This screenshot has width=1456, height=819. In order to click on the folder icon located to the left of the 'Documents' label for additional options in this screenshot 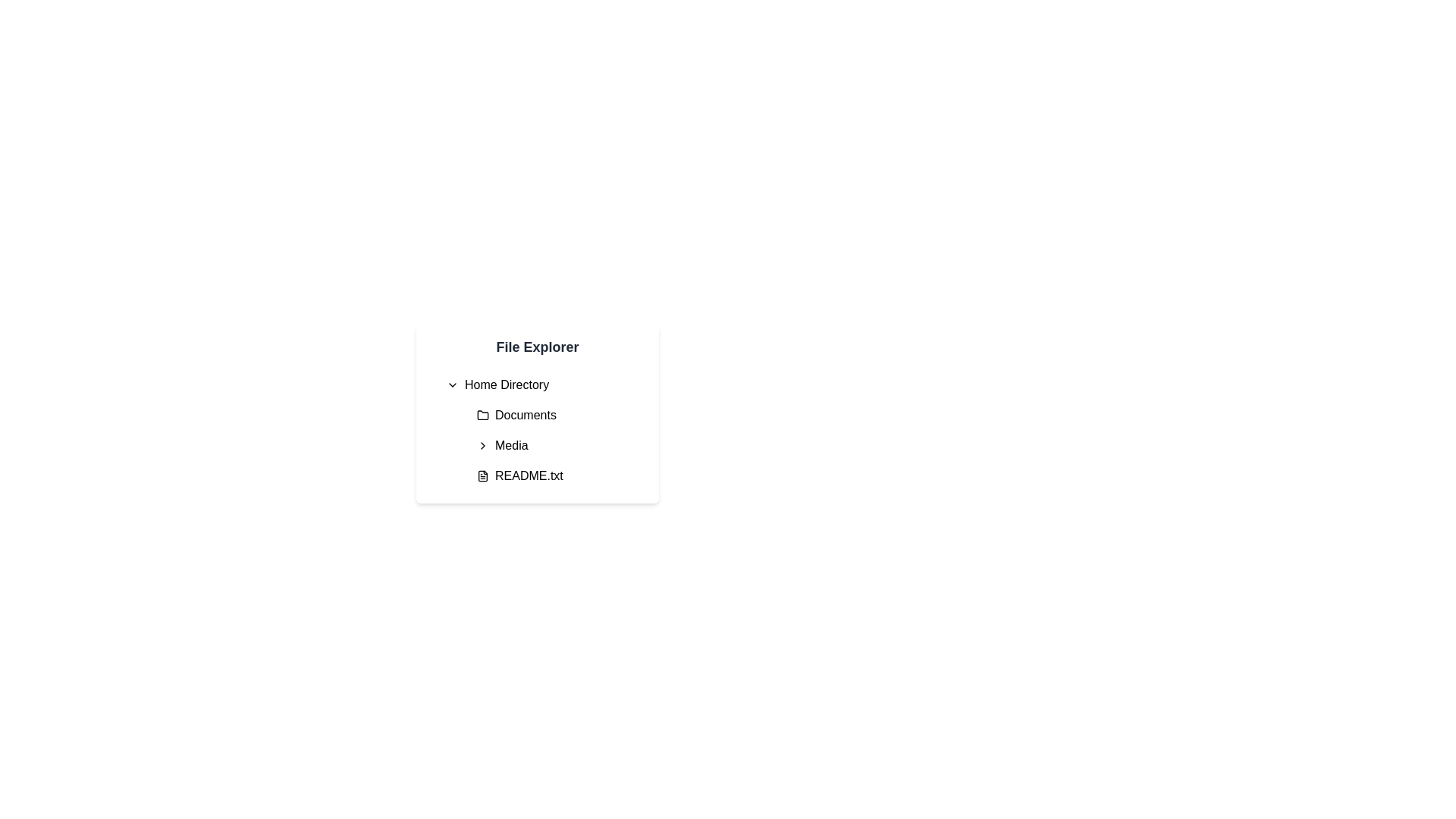, I will do `click(482, 415)`.